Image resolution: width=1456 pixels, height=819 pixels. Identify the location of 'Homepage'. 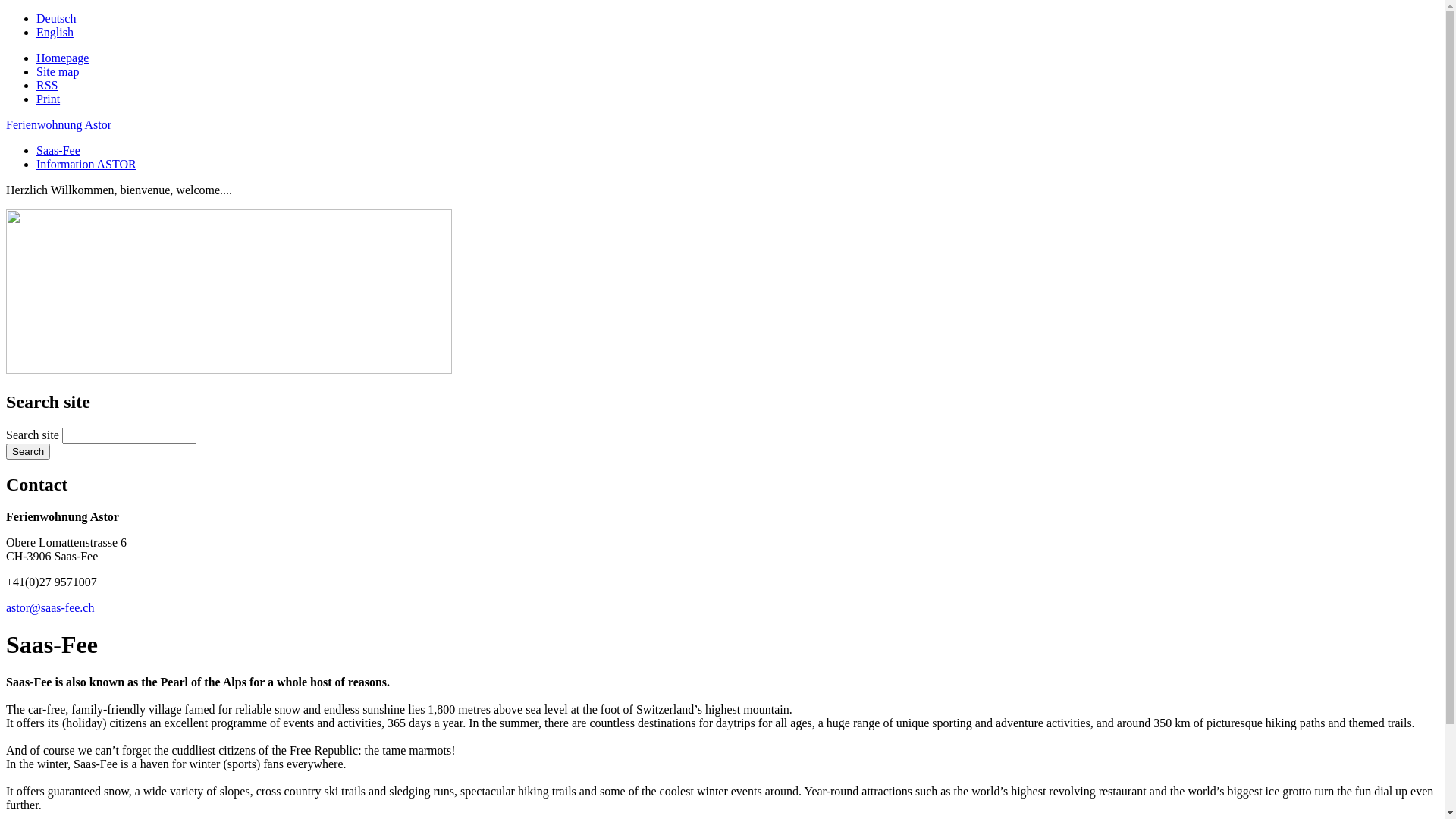
(61, 57).